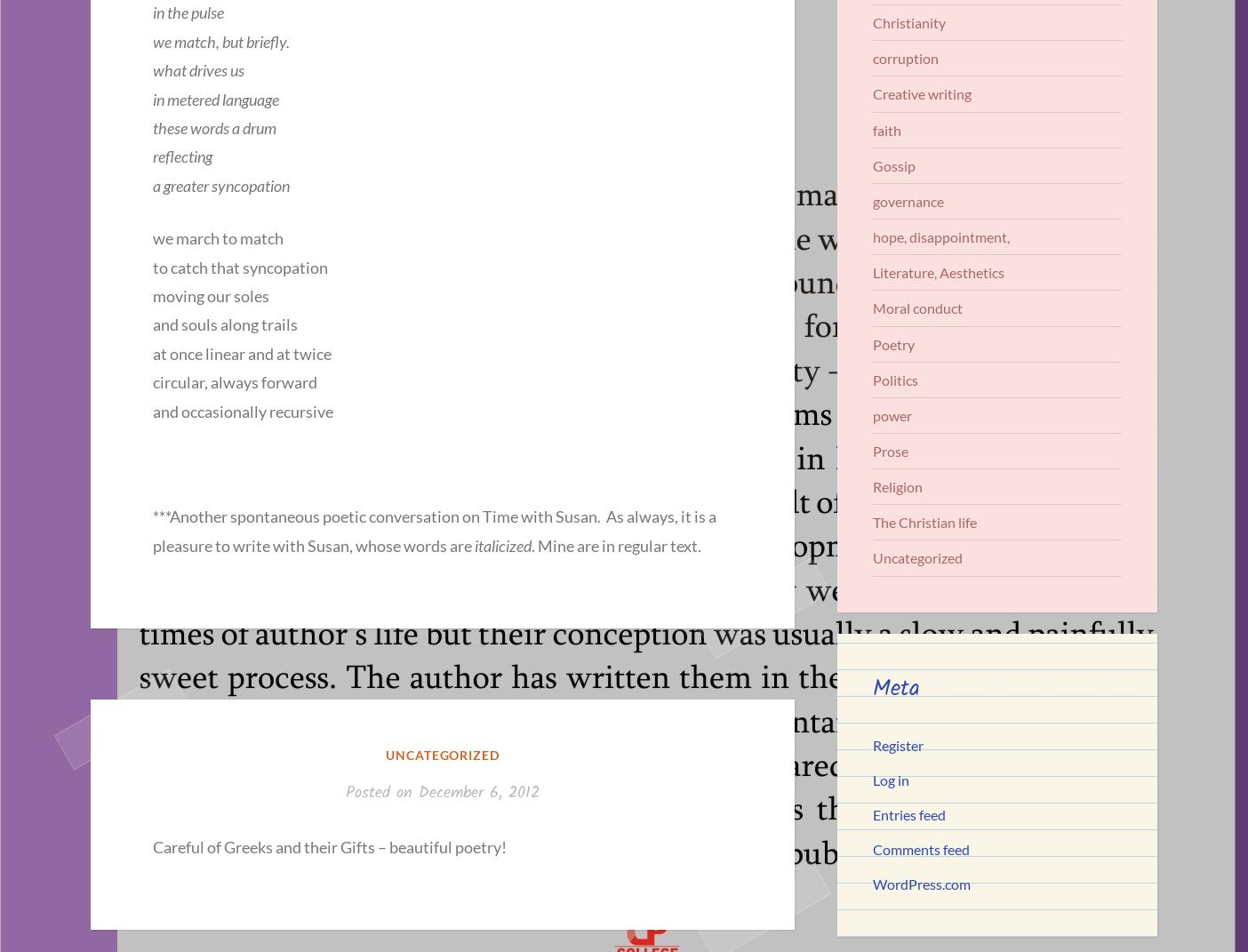 The width and height of the screenshot is (1248, 952). Describe the element at coordinates (908, 813) in the screenshot. I see `'Entries feed'` at that location.